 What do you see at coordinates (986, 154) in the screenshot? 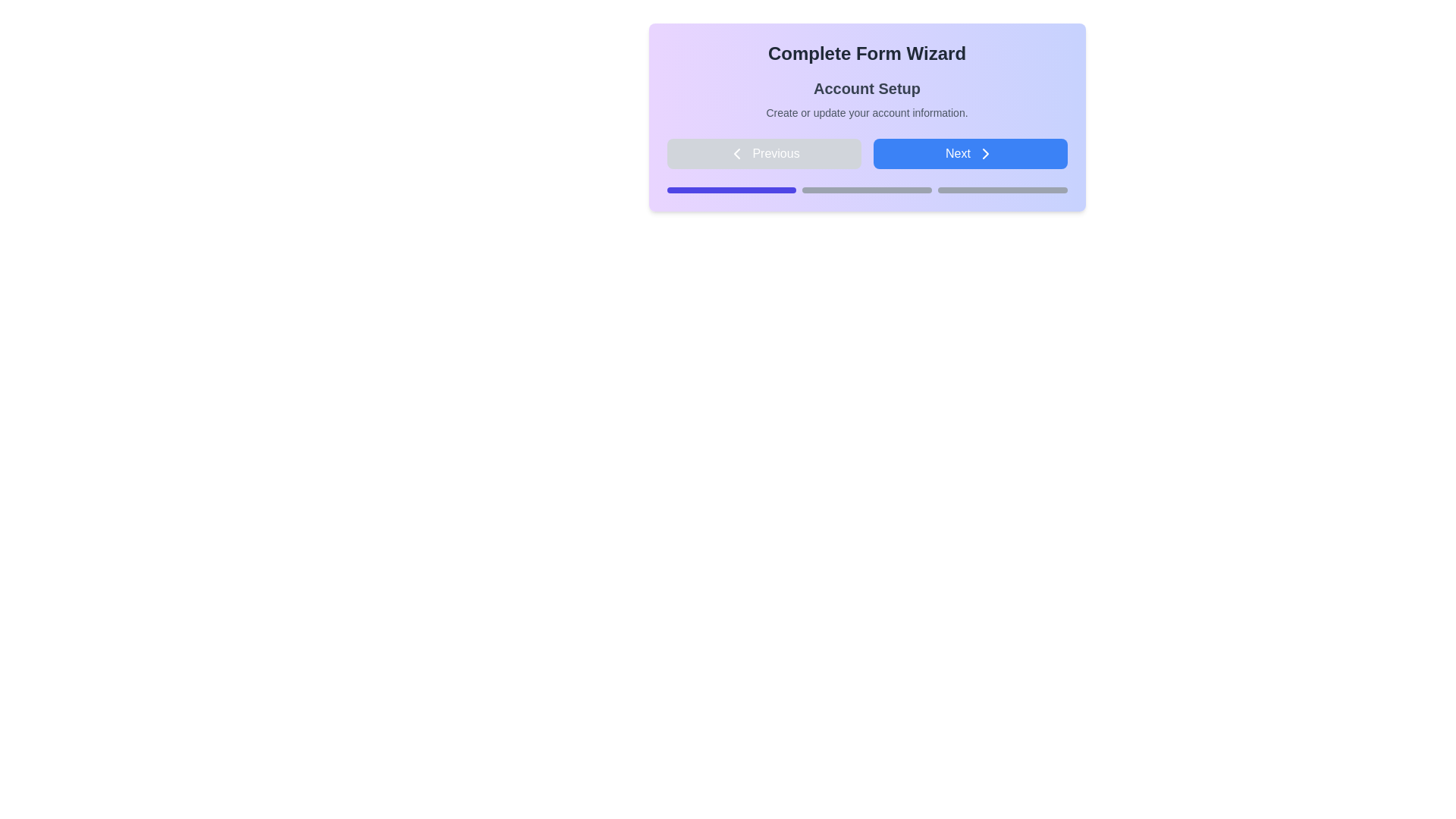
I see `the chevron icon indicating the 'Next' action within the button labeled 'Next' at the bottom of the modal dialog box` at bounding box center [986, 154].